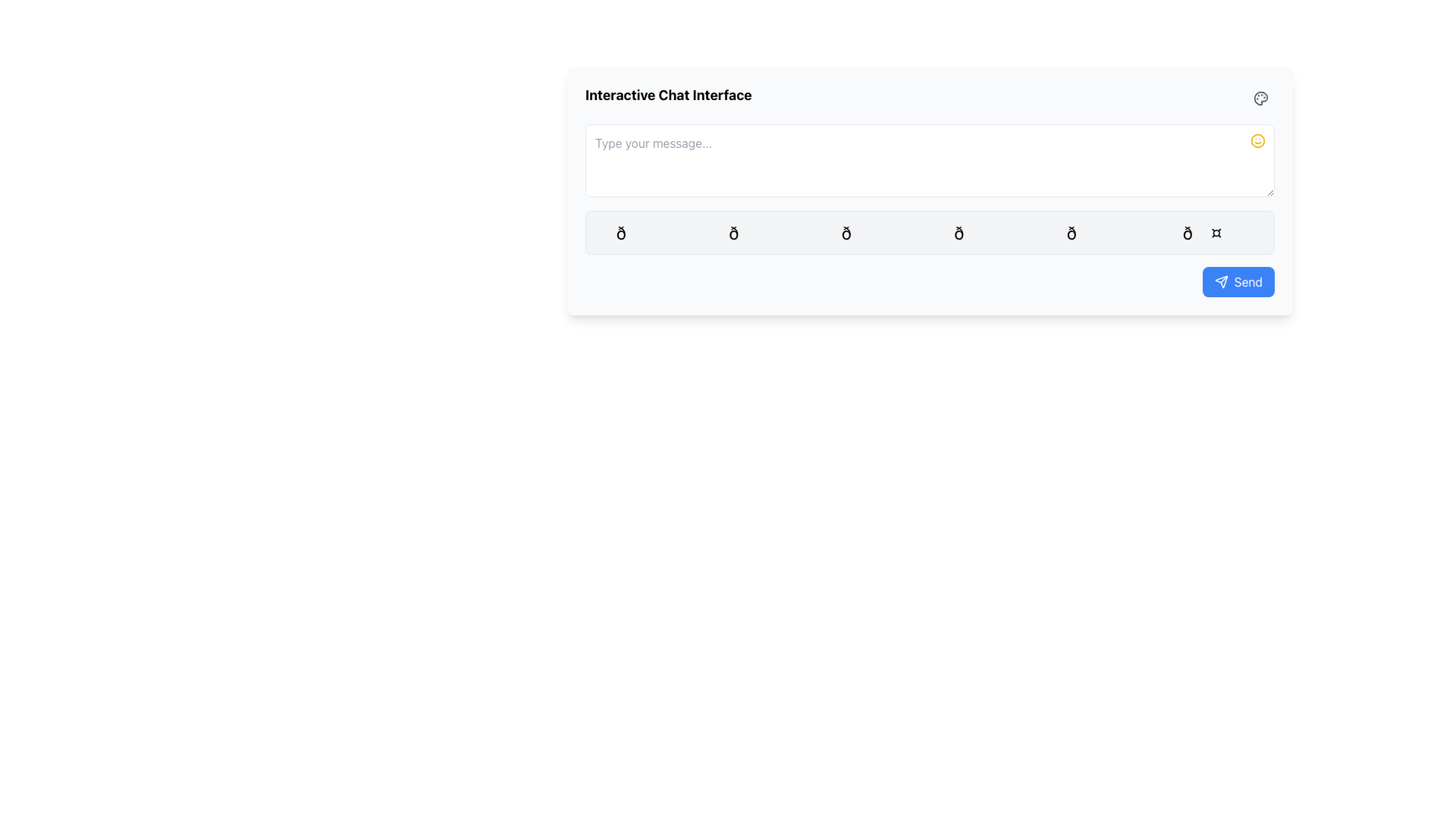  Describe the element at coordinates (761, 233) in the screenshot. I see `the second emoji in the horizontal emoji grid` at that location.